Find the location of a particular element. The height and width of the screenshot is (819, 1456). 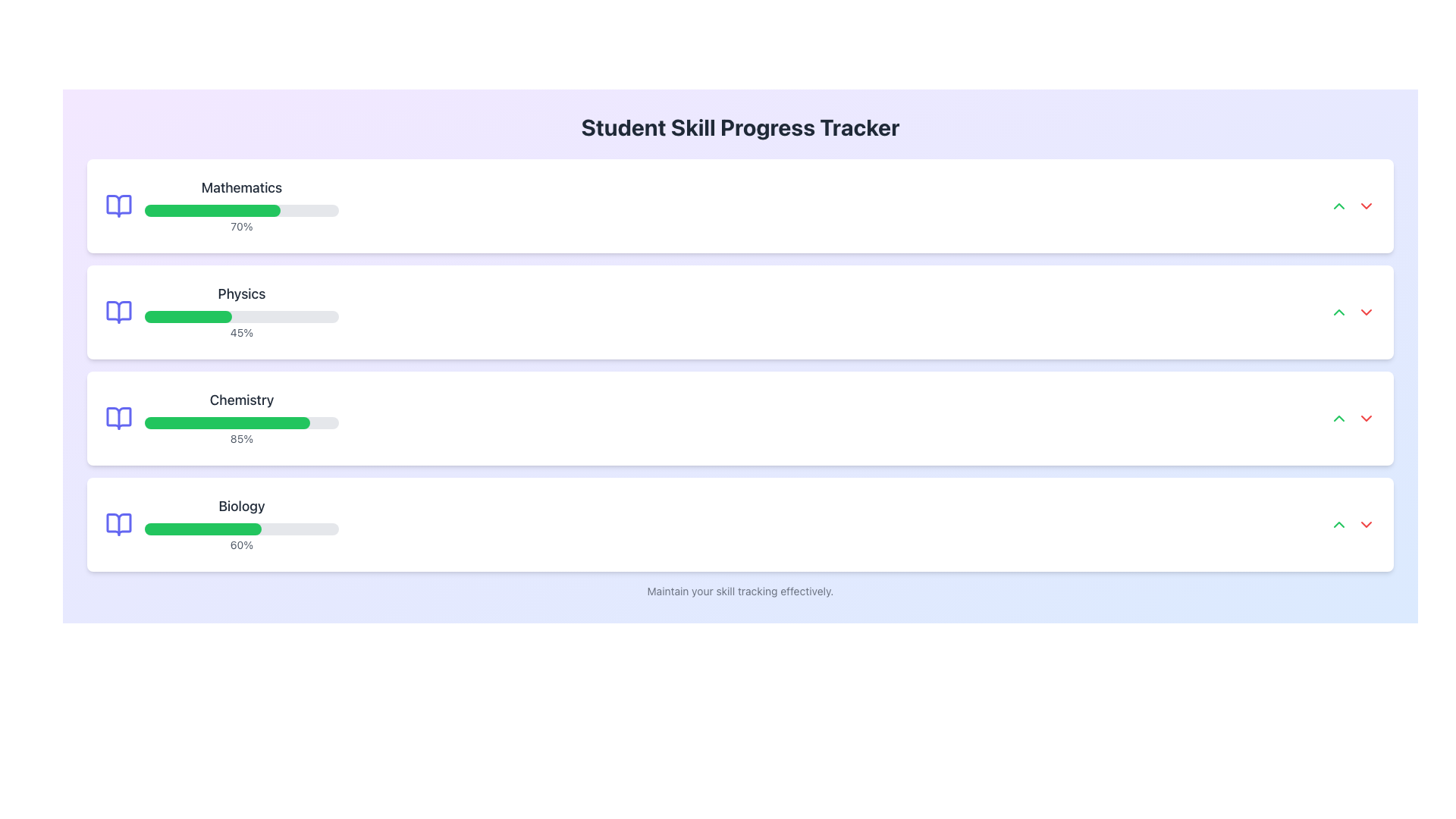

text label displaying 'Biology' in bold, dark gray font at the top of its card within the list of skill categories is located at coordinates (240, 506).